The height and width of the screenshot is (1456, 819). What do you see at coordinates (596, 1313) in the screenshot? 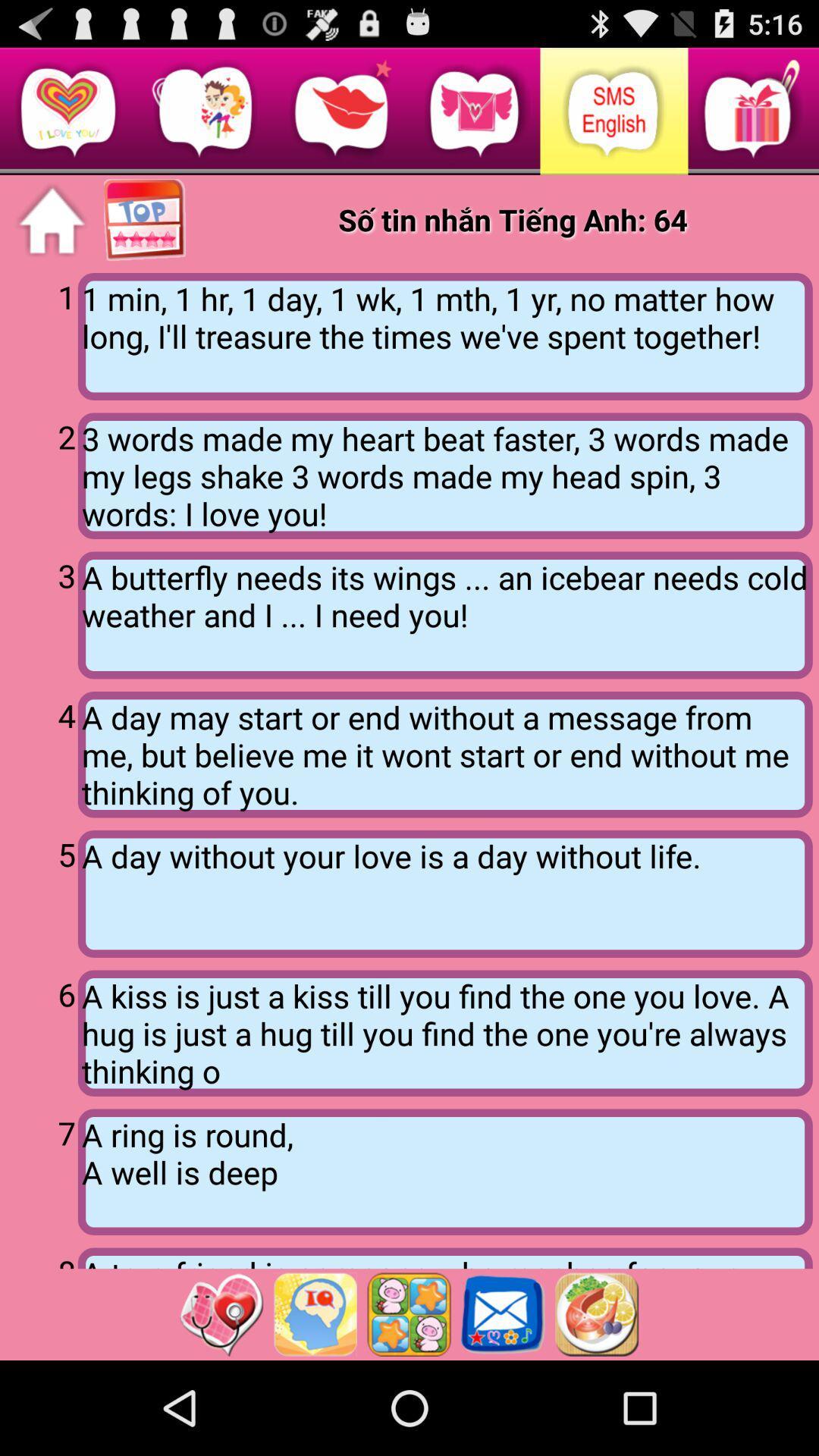
I see `open meals` at bounding box center [596, 1313].